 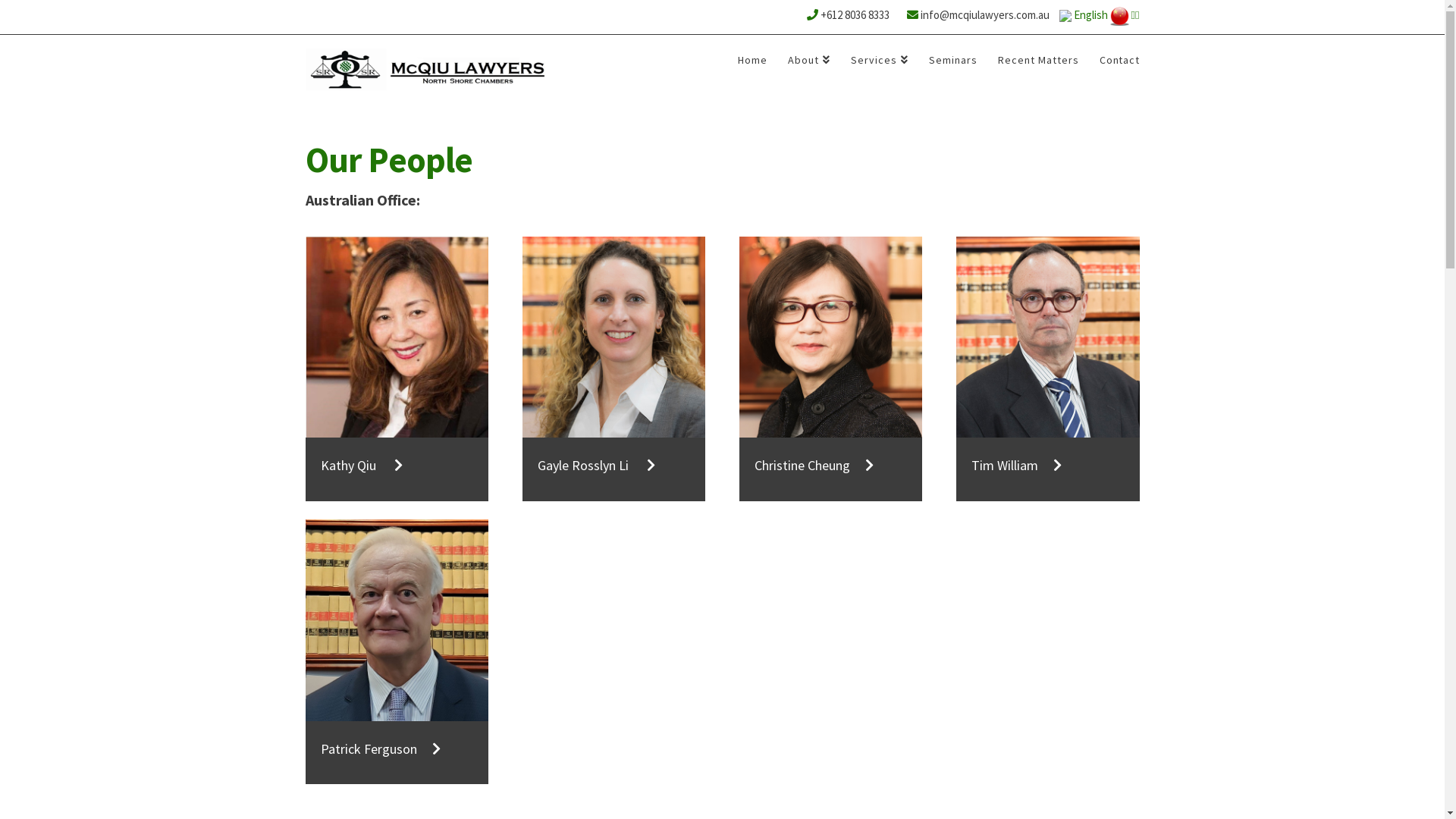 I want to click on 'About', so click(x=808, y=64).